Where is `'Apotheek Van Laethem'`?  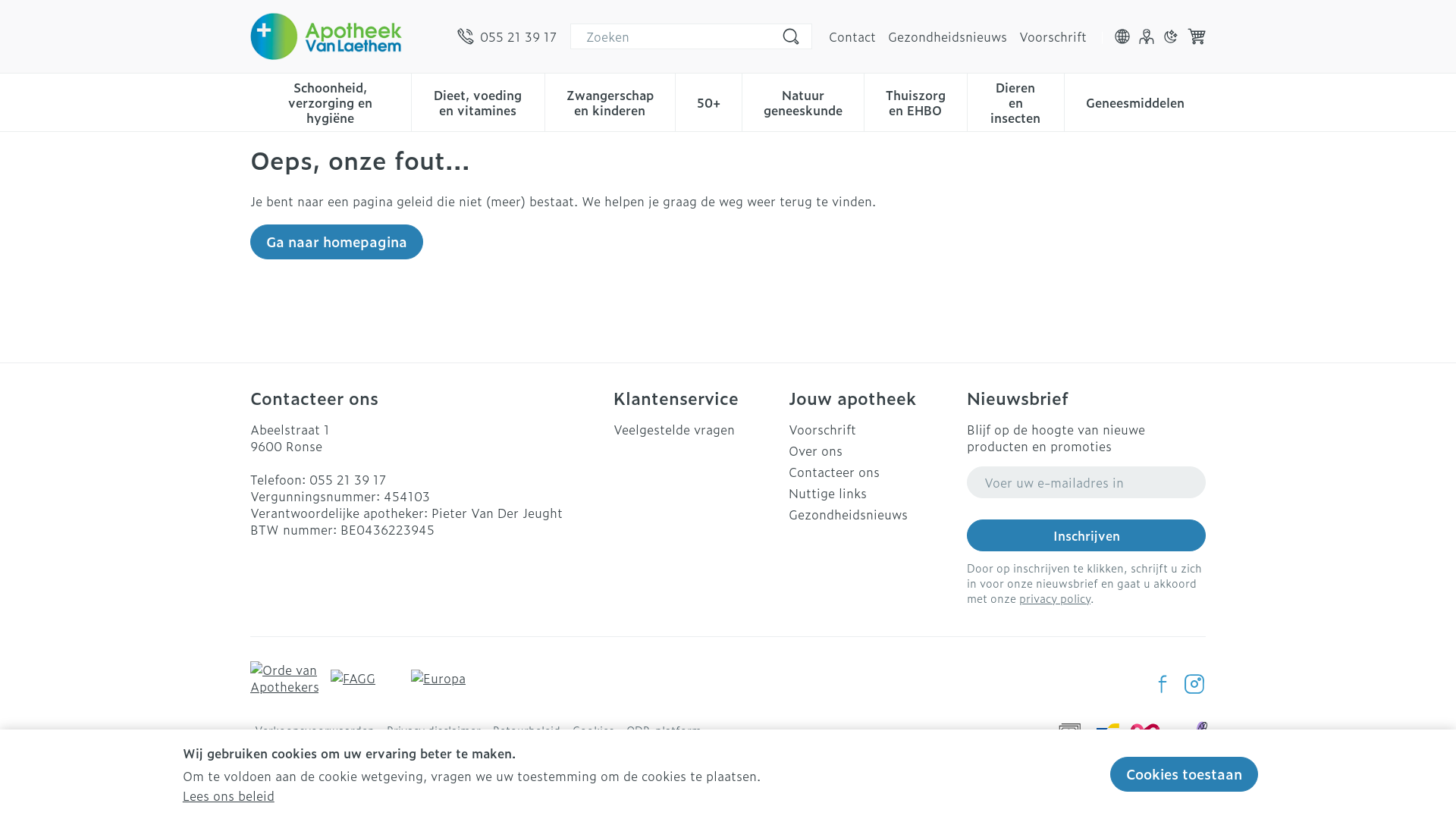 'Apotheek Van Laethem' is located at coordinates (325, 35).